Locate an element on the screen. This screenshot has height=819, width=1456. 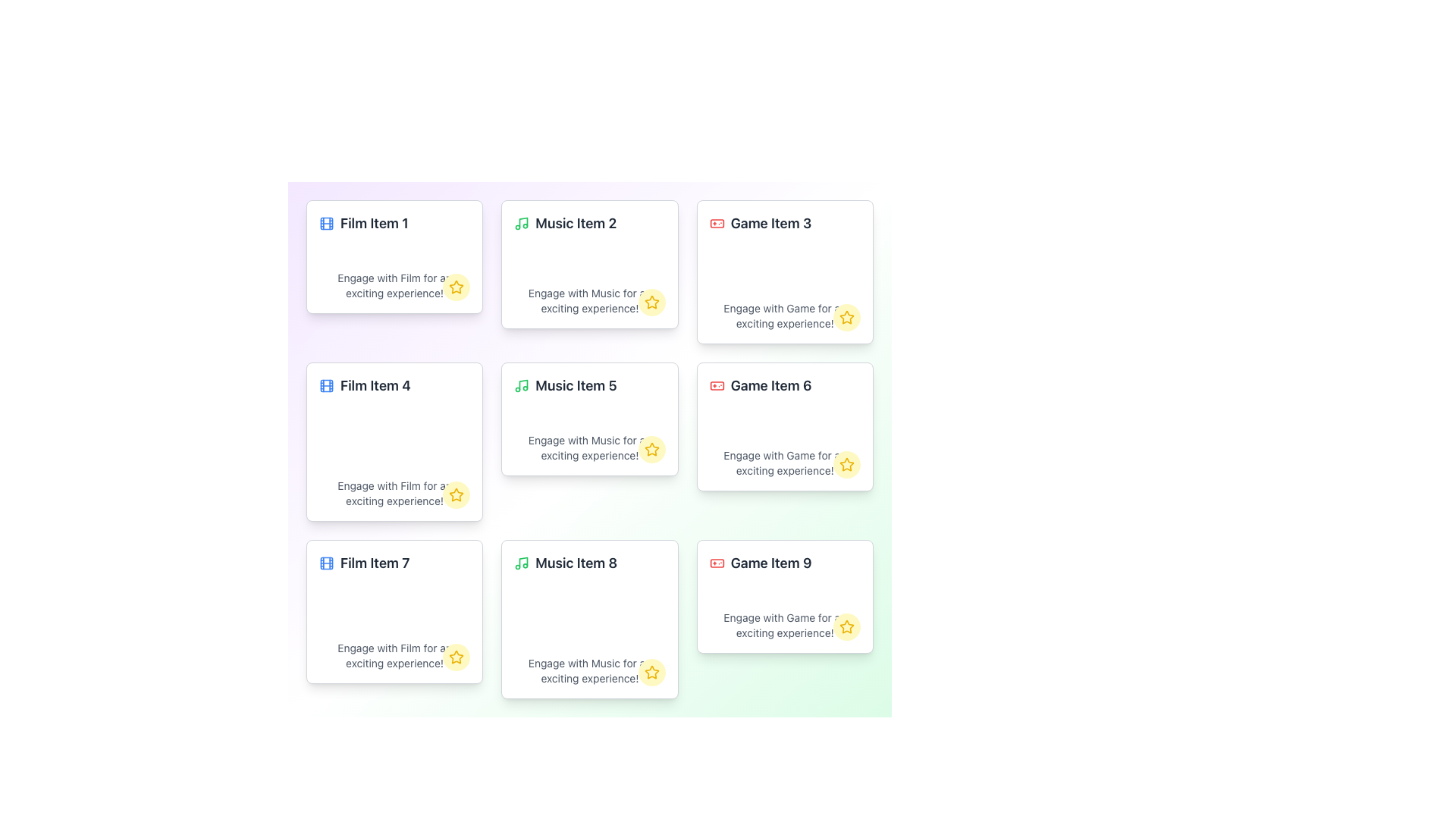
the yellow star-shaped icon located at the bottom-right corner of the 'Music Item 5' card, which serves as a rating or favorite indicator is located at coordinates (651, 448).